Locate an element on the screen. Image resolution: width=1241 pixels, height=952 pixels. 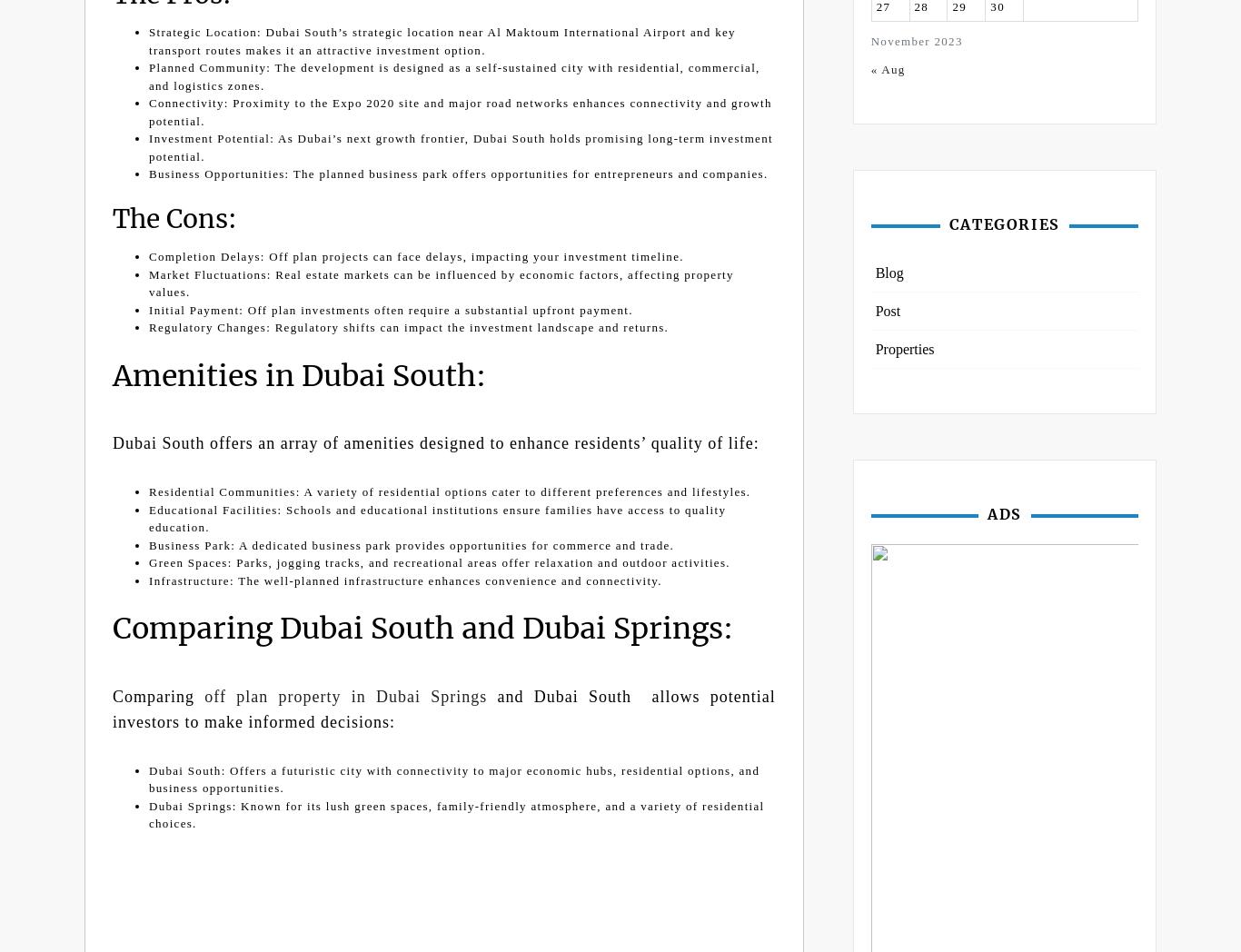
'Residential Communities: A variety of residential options cater to different preferences and lifestyles.' is located at coordinates (450, 491).